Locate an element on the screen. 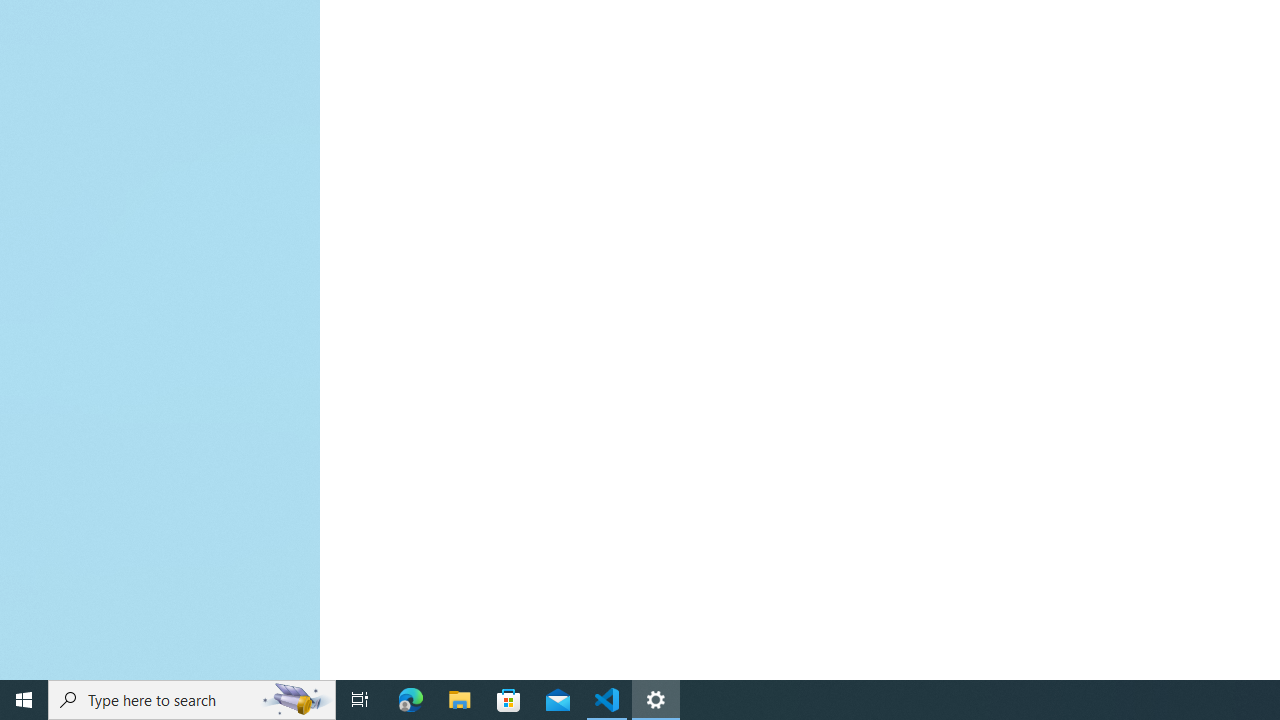 The width and height of the screenshot is (1280, 720). 'Settings - 1 running window' is located at coordinates (656, 698).